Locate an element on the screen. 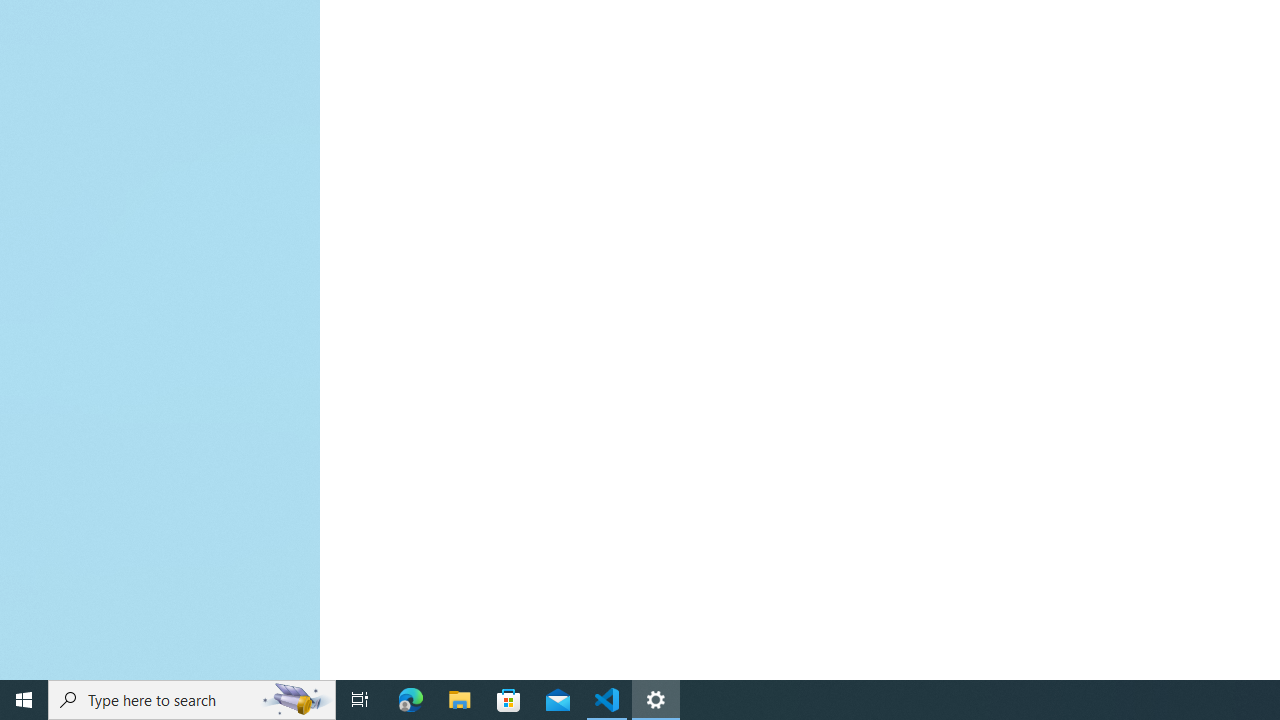 The width and height of the screenshot is (1280, 720). 'Settings - 1 running window' is located at coordinates (656, 698).